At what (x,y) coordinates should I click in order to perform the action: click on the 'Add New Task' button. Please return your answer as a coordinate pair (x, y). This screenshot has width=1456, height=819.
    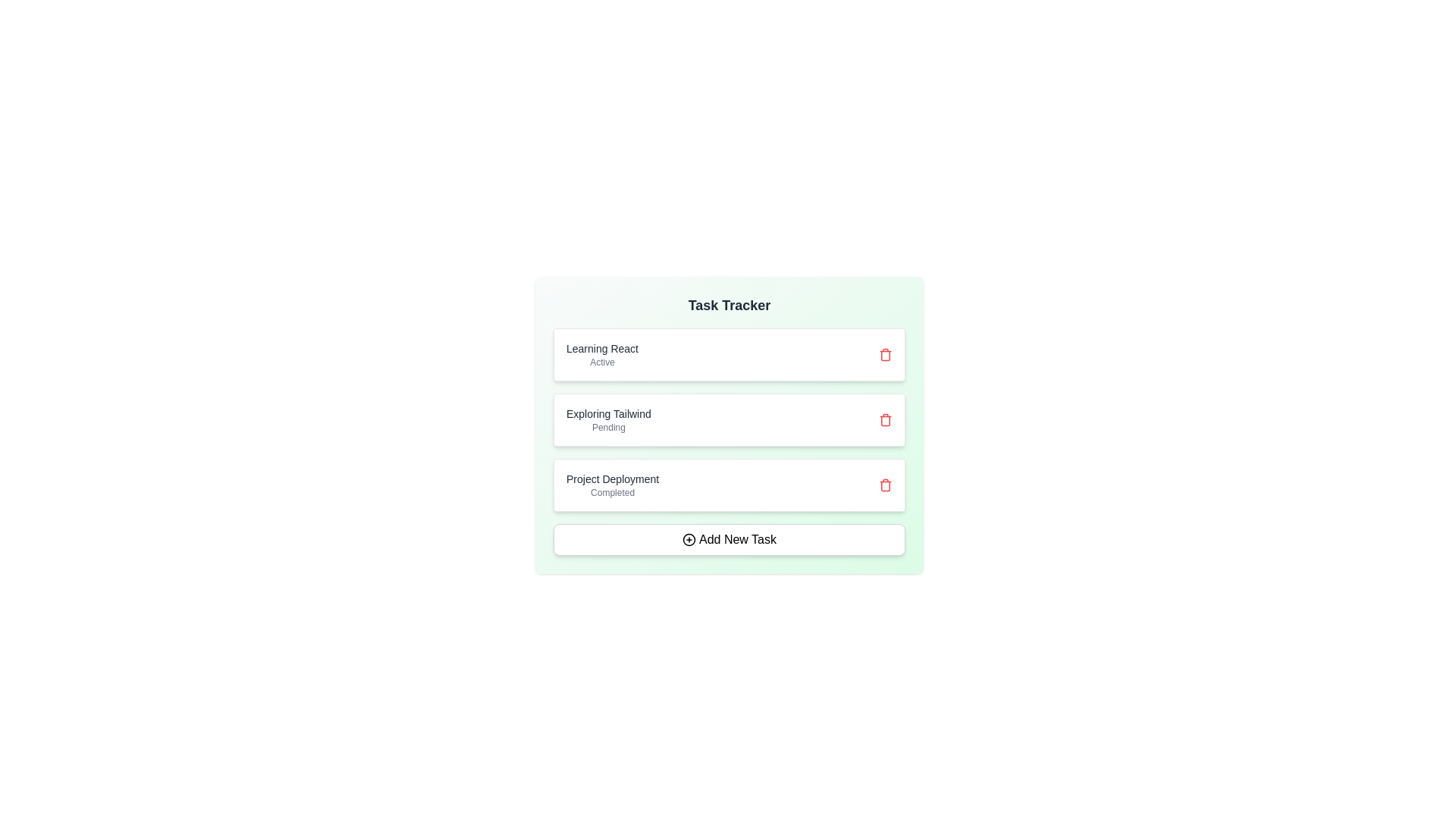
    Looking at the image, I should click on (729, 539).